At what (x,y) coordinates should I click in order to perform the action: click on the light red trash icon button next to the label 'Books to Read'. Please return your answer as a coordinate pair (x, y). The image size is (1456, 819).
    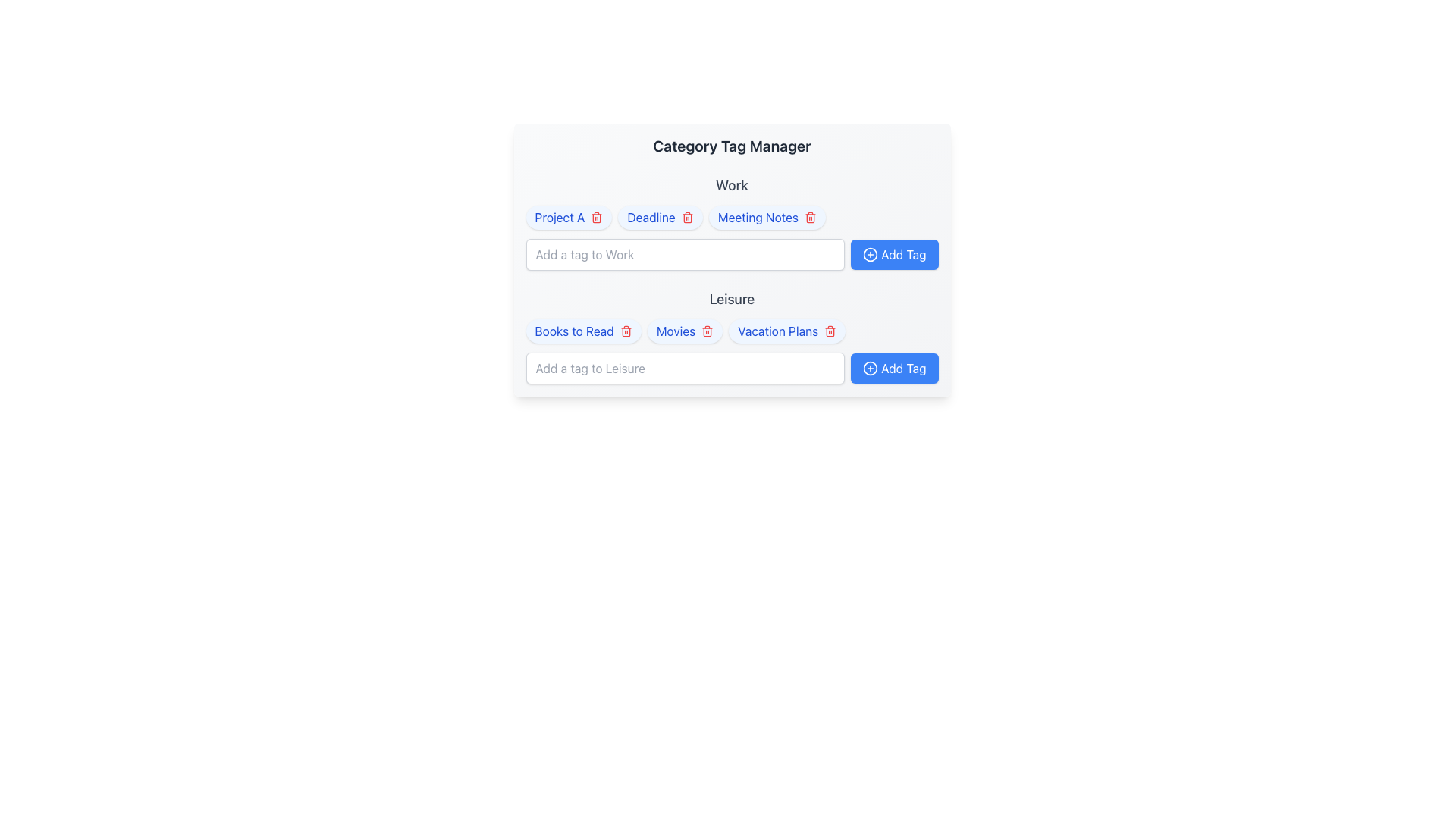
    Looking at the image, I should click on (626, 330).